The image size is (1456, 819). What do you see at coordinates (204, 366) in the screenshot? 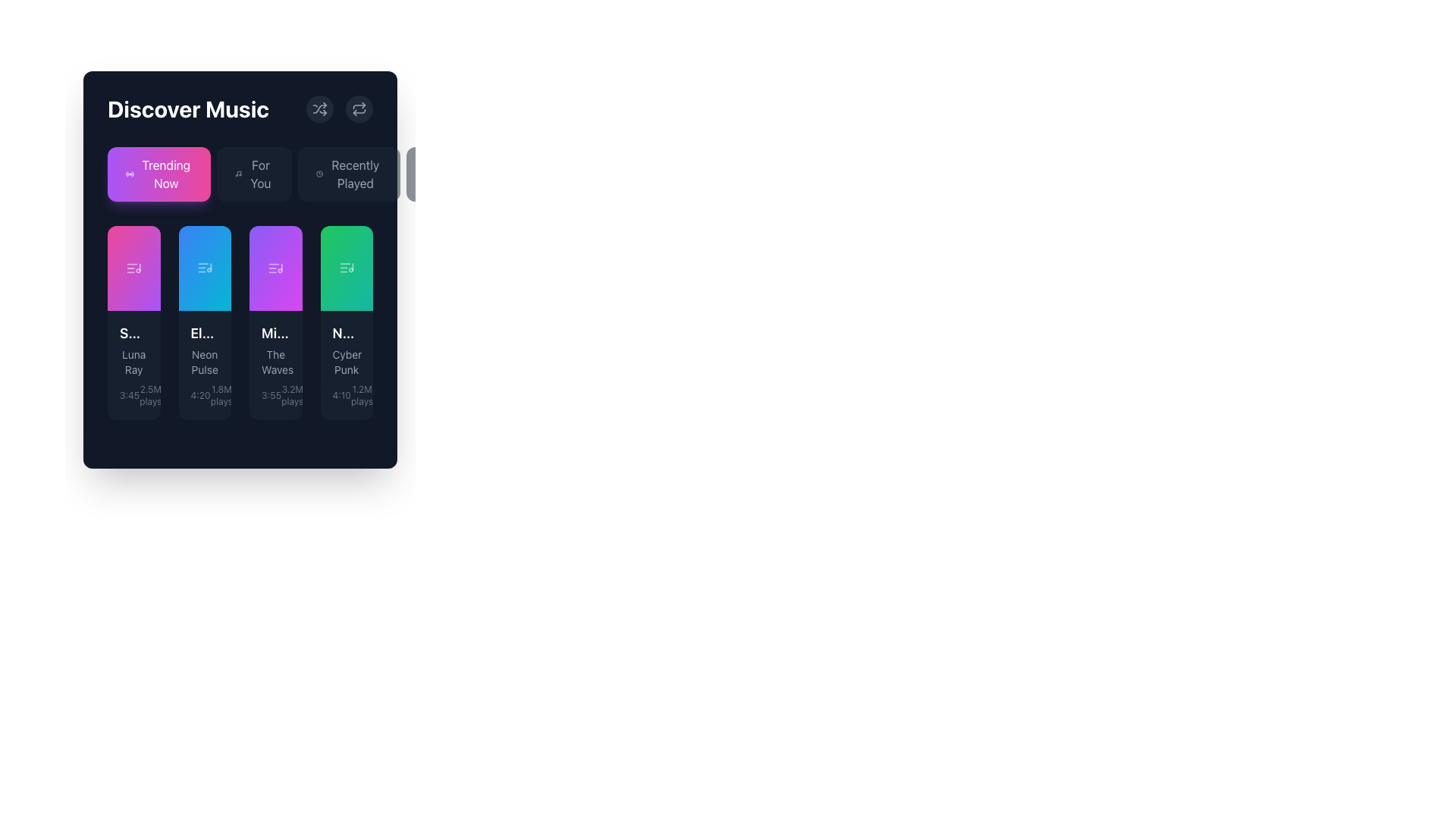
I see `the informational area of the music card, which displays details about the title, artist, and metrics of a music track, located within the second card of a horizontally-aligned grid` at bounding box center [204, 366].